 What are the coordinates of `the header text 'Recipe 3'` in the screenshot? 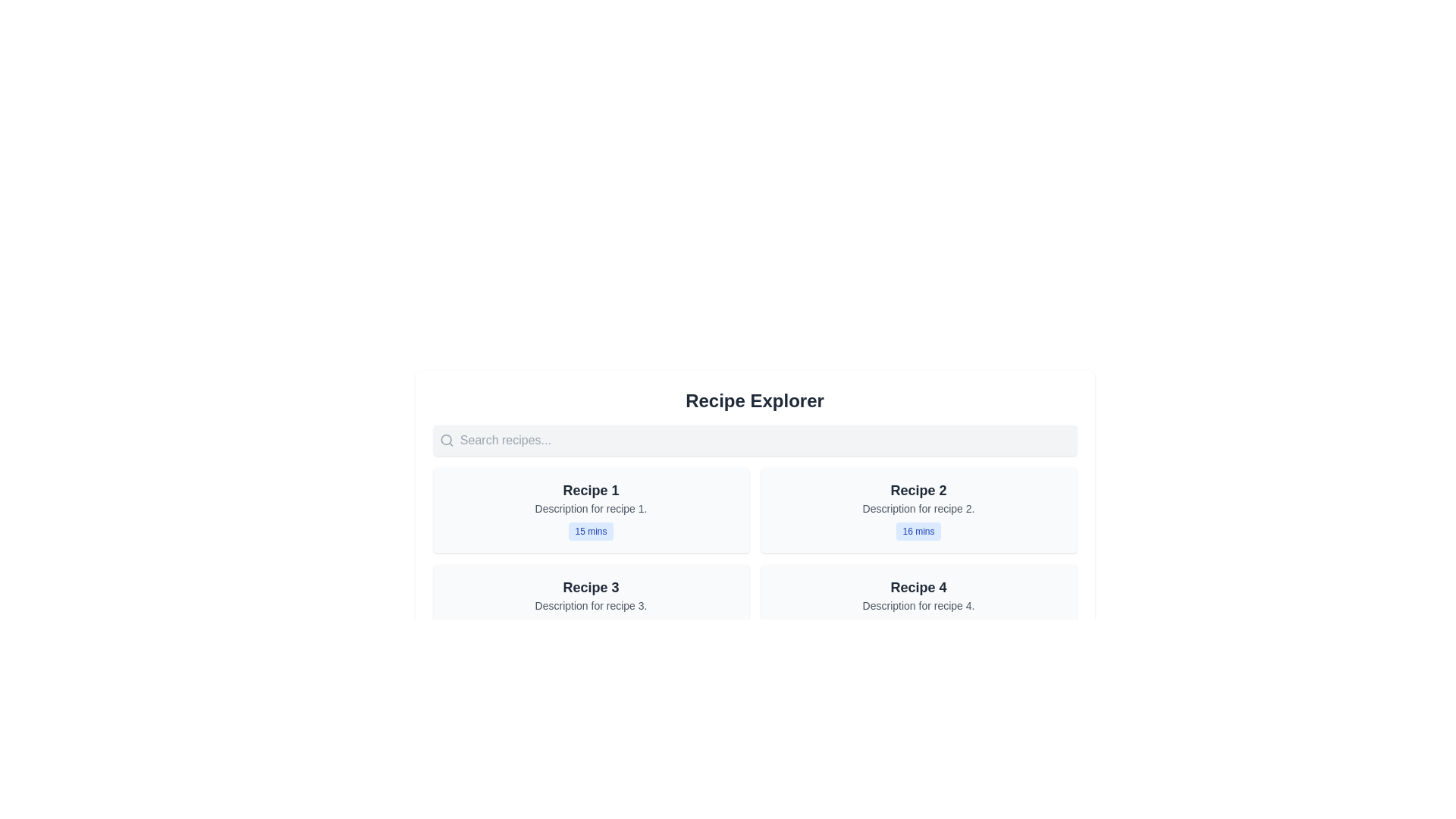 It's located at (590, 587).